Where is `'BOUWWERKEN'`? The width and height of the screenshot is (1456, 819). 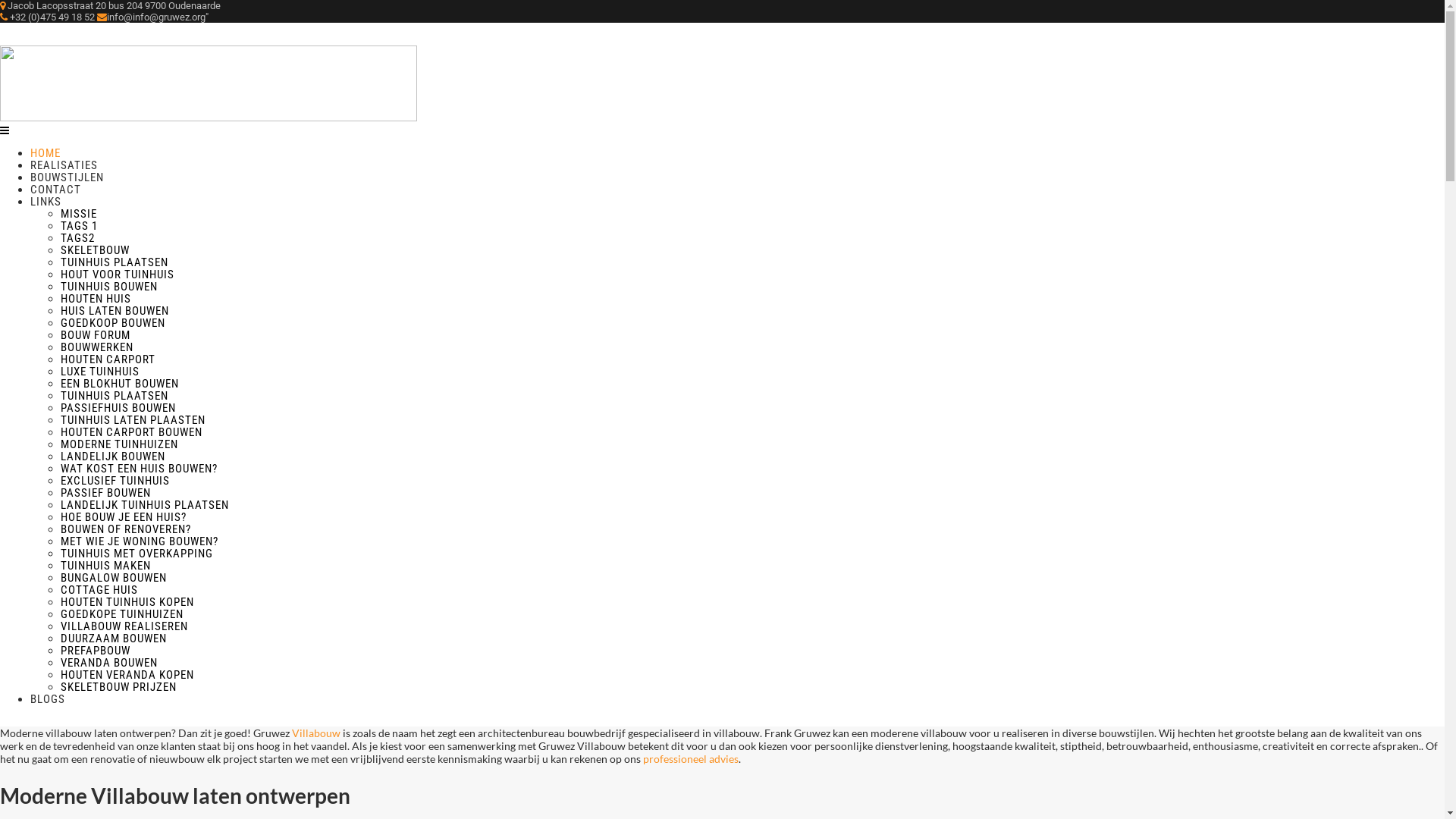
'BOUWWERKEN' is located at coordinates (96, 347).